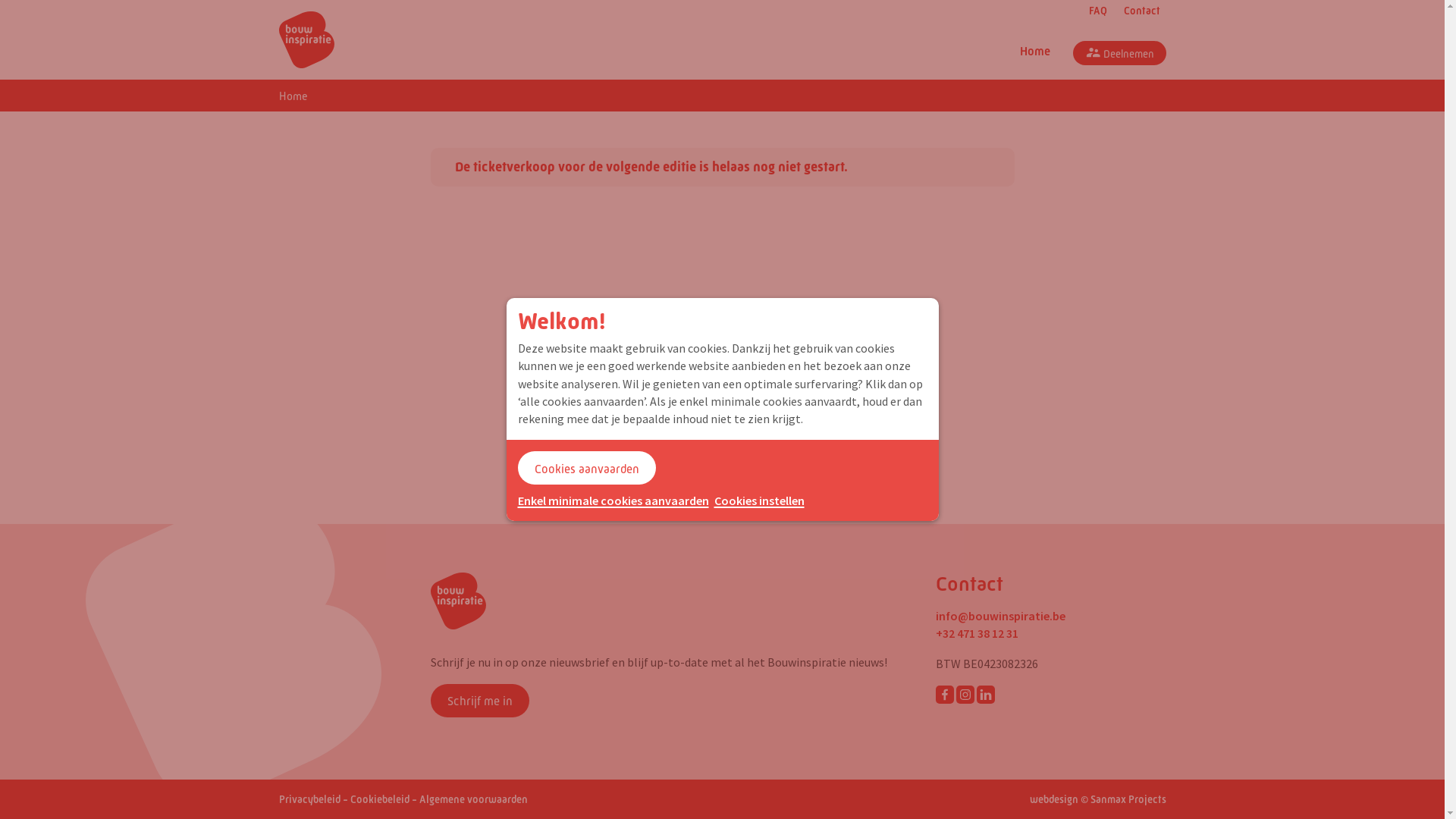 This screenshot has height=819, width=1456. I want to click on 'Home', so click(1033, 52).